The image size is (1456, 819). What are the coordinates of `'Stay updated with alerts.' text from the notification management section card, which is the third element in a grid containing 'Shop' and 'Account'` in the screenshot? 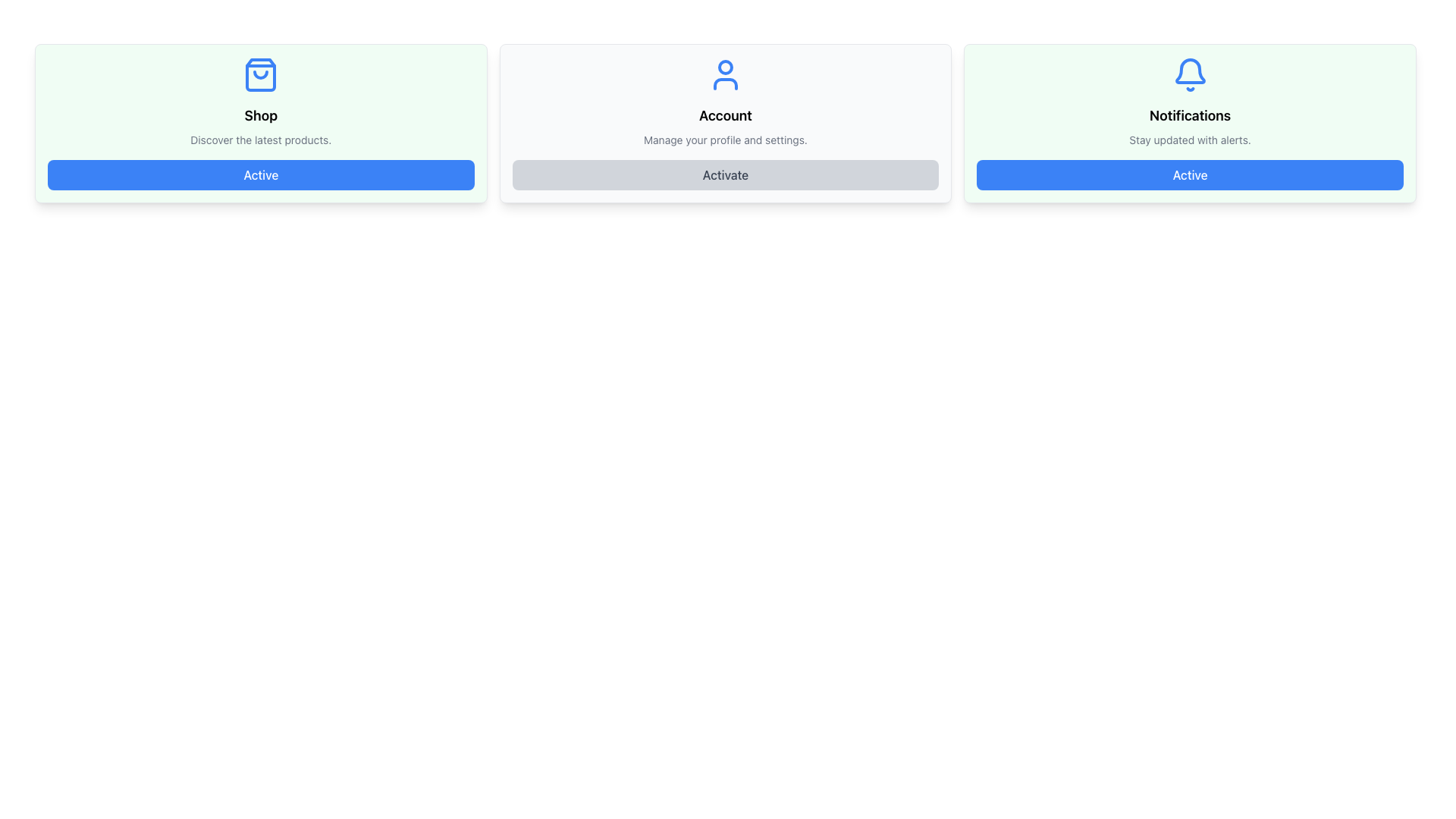 It's located at (1189, 122).